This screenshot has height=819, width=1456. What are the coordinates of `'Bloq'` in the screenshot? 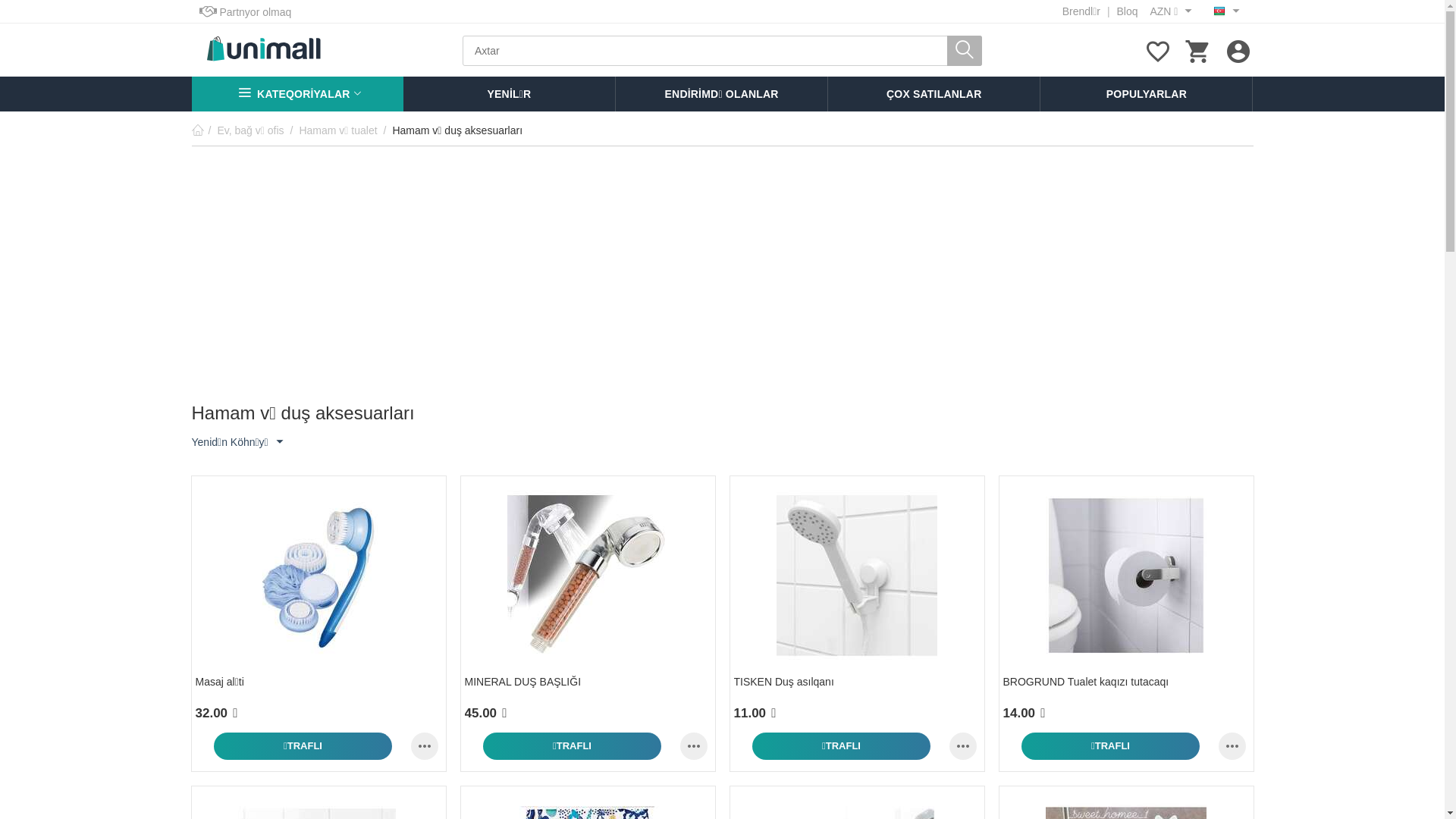 It's located at (1116, 11).